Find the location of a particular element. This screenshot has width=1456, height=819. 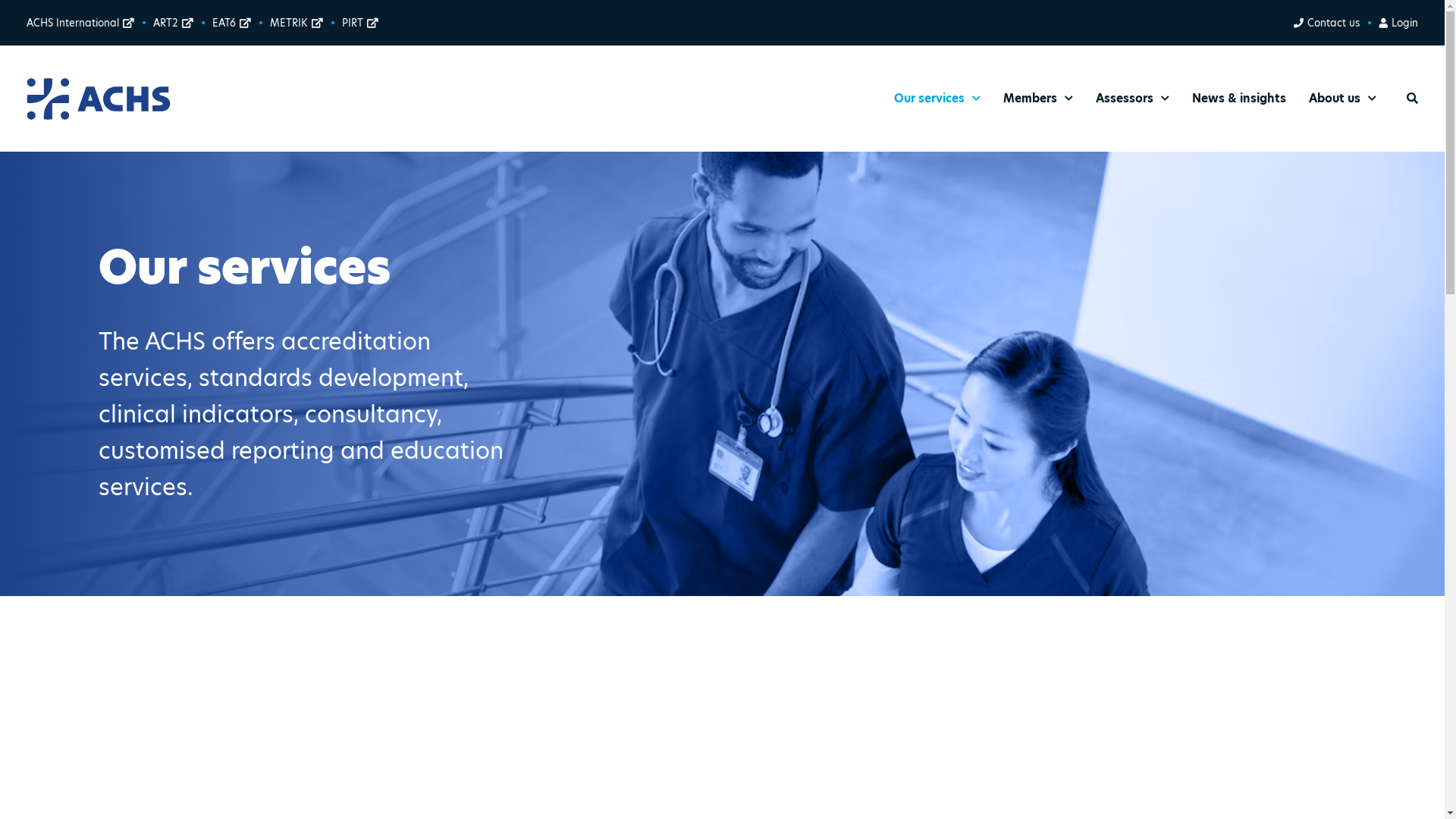

'ACHS International' is located at coordinates (79, 23).